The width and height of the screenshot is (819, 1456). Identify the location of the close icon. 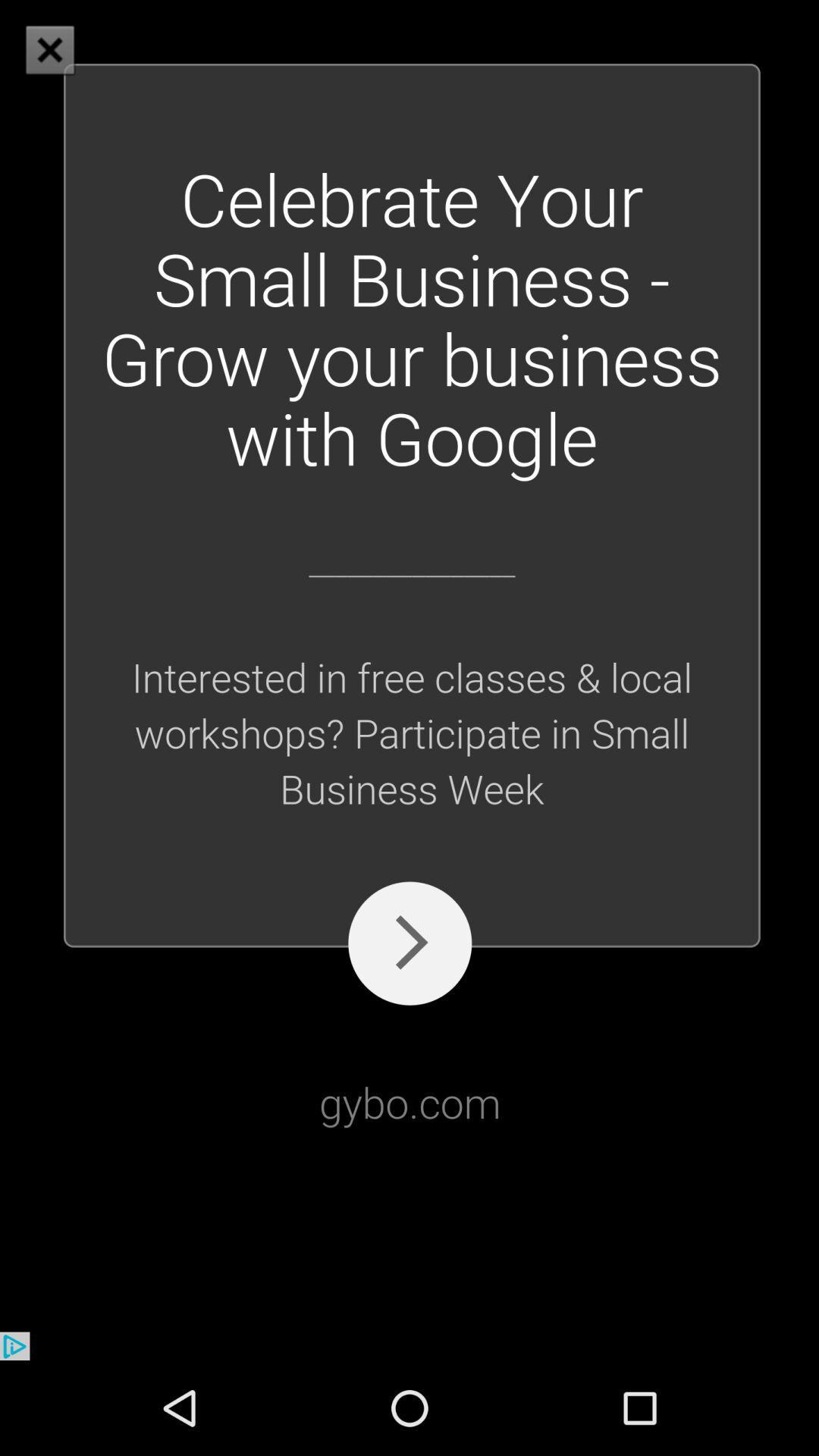
(49, 53).